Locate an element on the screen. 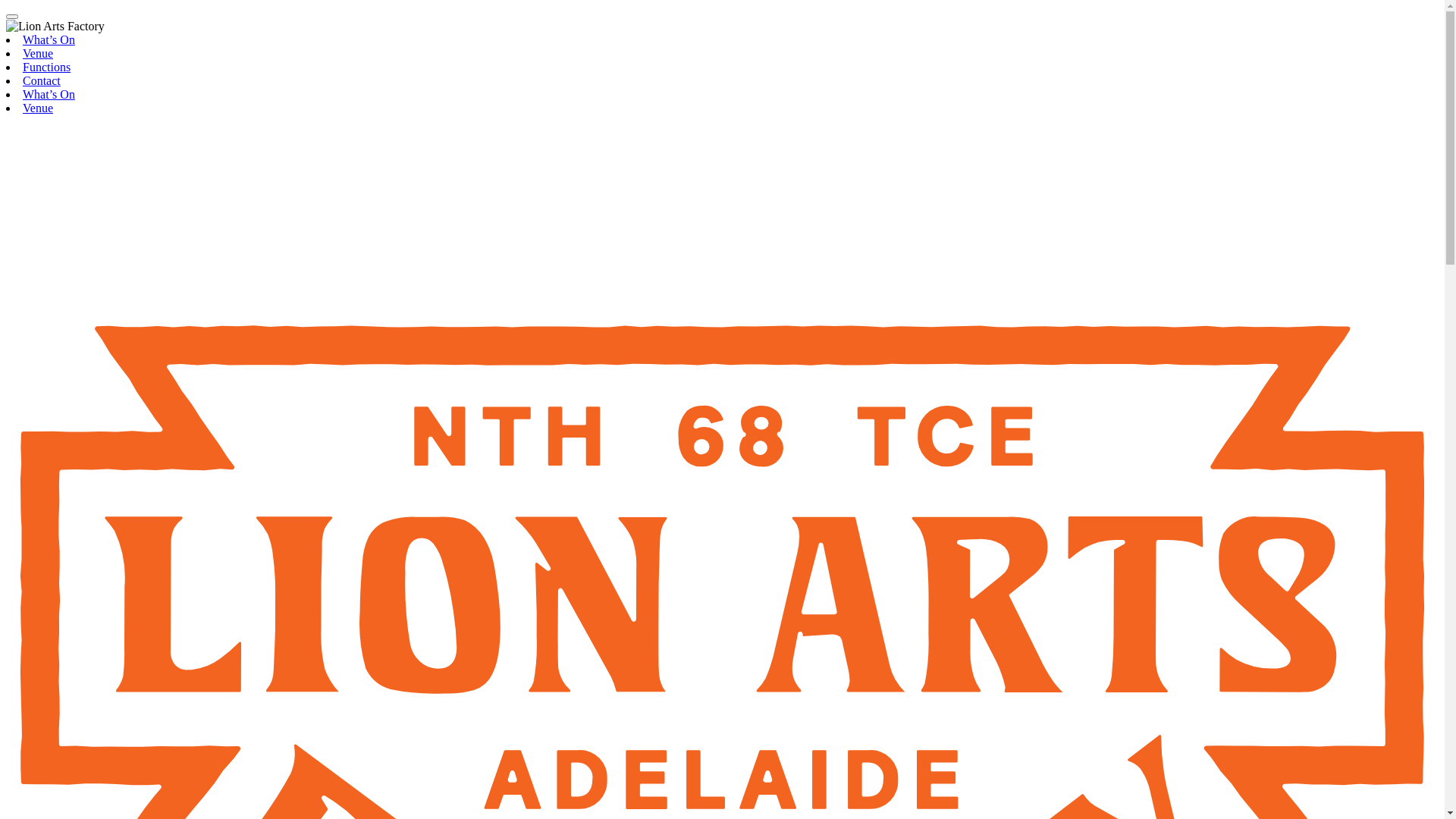  'Contact' is located at coordinates (41, 80).